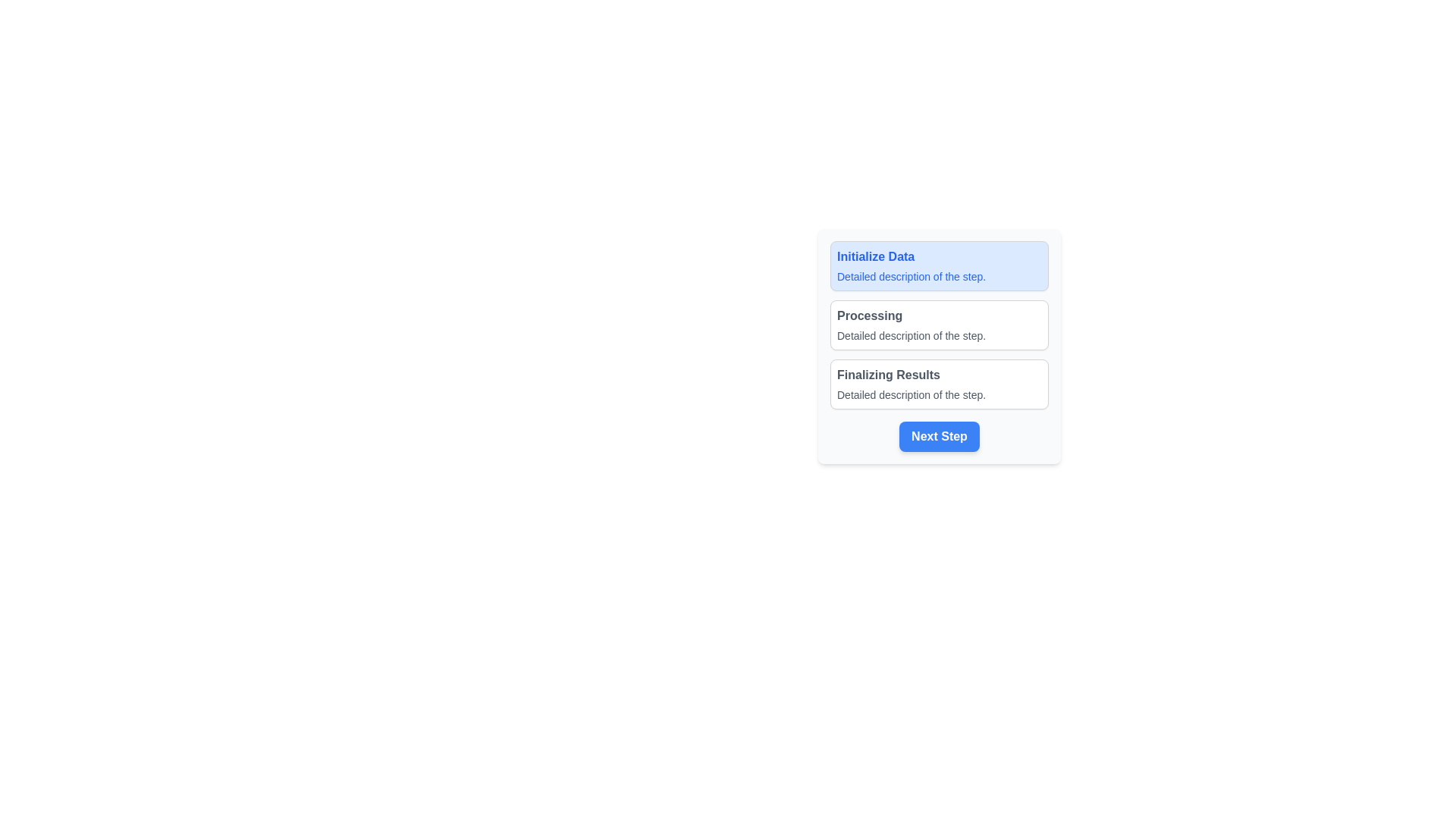 This screenshot has width=1456, height=819. Describe the element at coordinates (938, 346) in the screenshot. I see `the 'Processing' text description block, which has a white background, rounded edges, and displays 'Processing' in a bold, larger font` at that location.